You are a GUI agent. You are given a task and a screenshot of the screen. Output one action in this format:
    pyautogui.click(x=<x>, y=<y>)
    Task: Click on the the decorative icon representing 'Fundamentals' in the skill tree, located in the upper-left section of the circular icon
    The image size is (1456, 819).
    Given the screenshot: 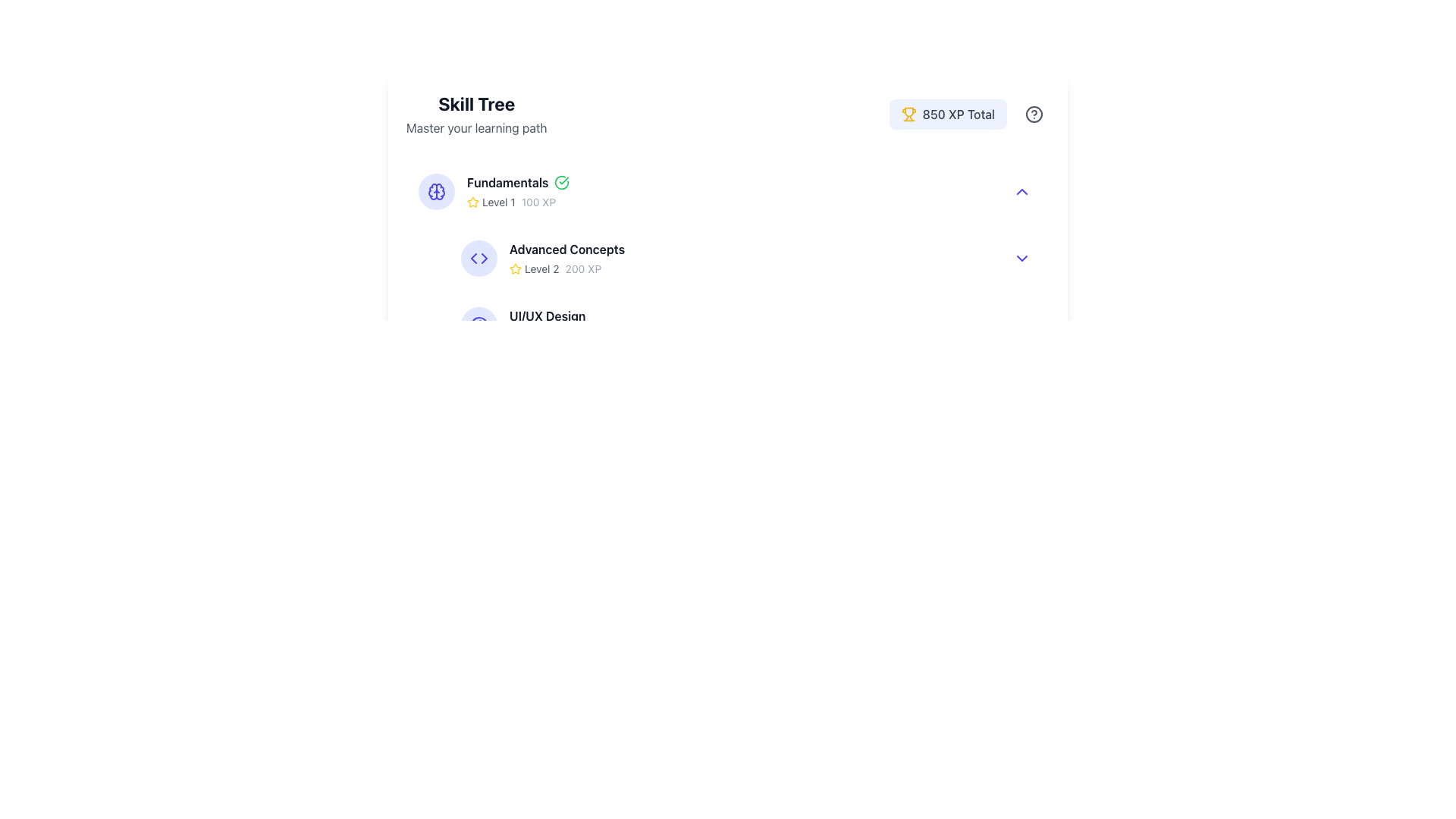 What is the action you would take?
    pyautogui.click(x=432, y=191)
    